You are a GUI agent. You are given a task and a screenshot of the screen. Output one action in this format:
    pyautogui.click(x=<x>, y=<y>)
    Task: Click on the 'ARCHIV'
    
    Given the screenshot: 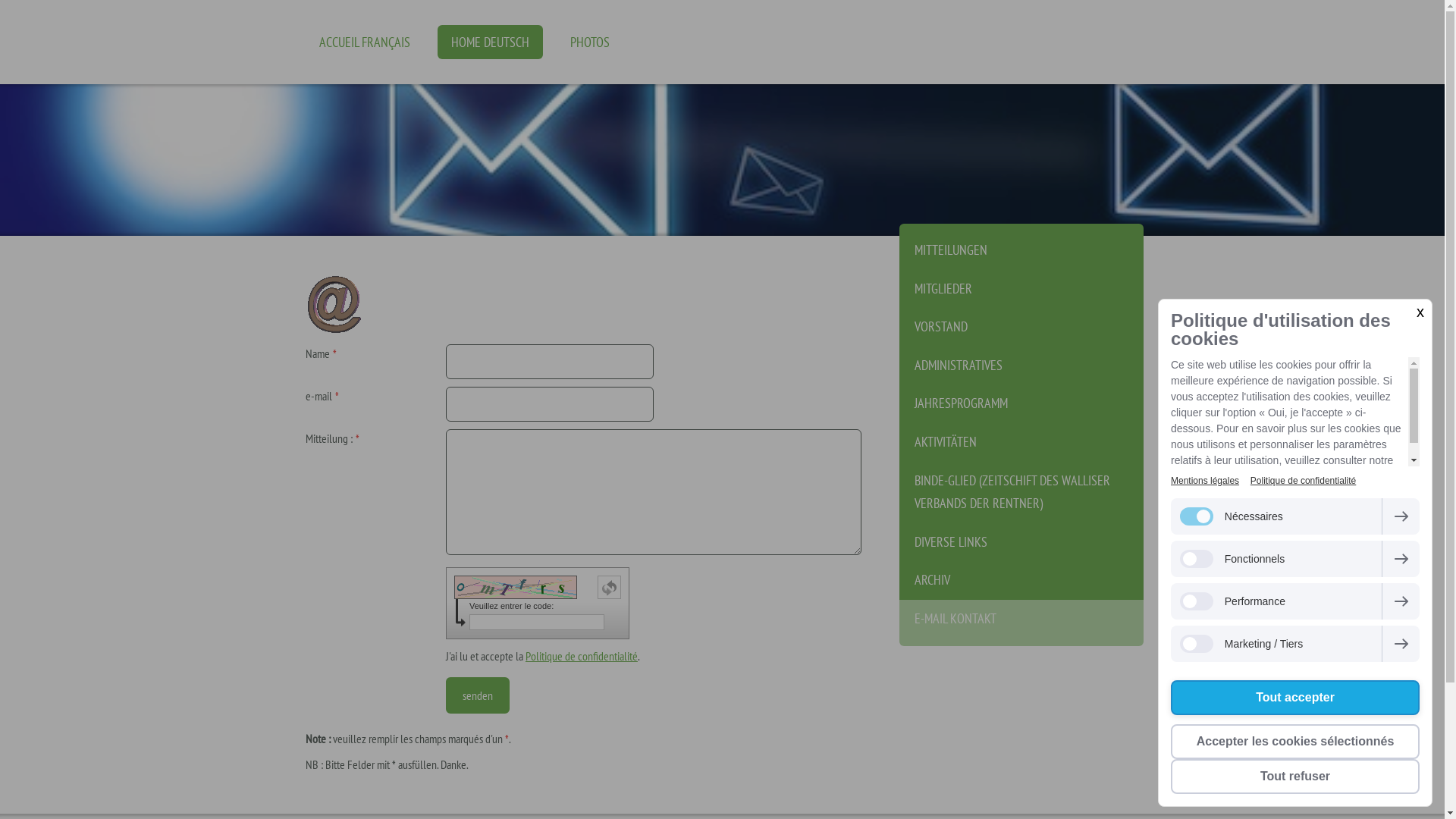 What is the action you would take?
    pyautogui.click(x=1021, y=580)
    